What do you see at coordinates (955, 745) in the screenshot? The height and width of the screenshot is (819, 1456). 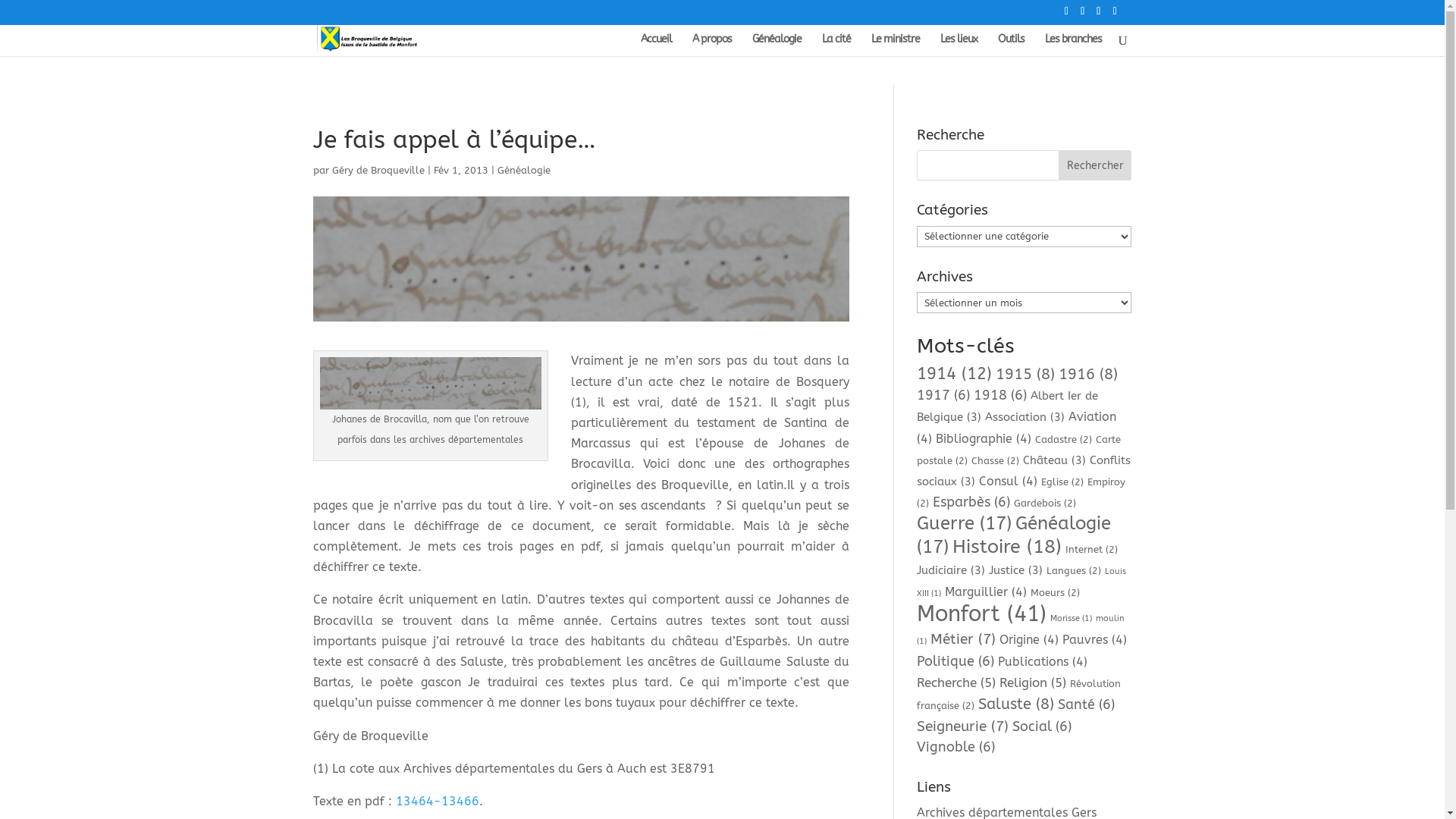 I see `'Vignoble (6)'` at bounding box center [955, 745].